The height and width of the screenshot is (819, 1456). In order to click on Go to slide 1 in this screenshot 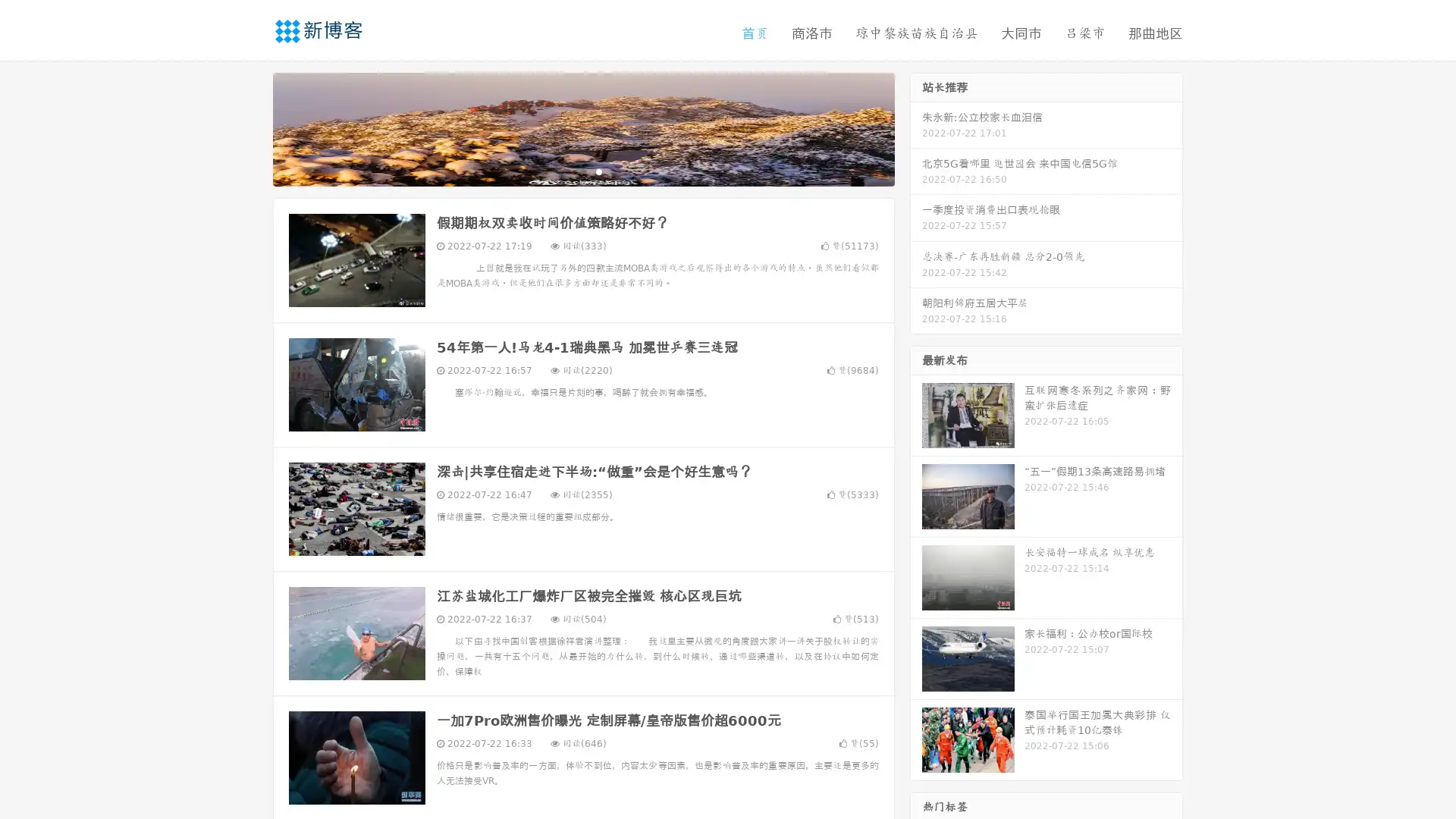, I will do `click(567, 171)`.